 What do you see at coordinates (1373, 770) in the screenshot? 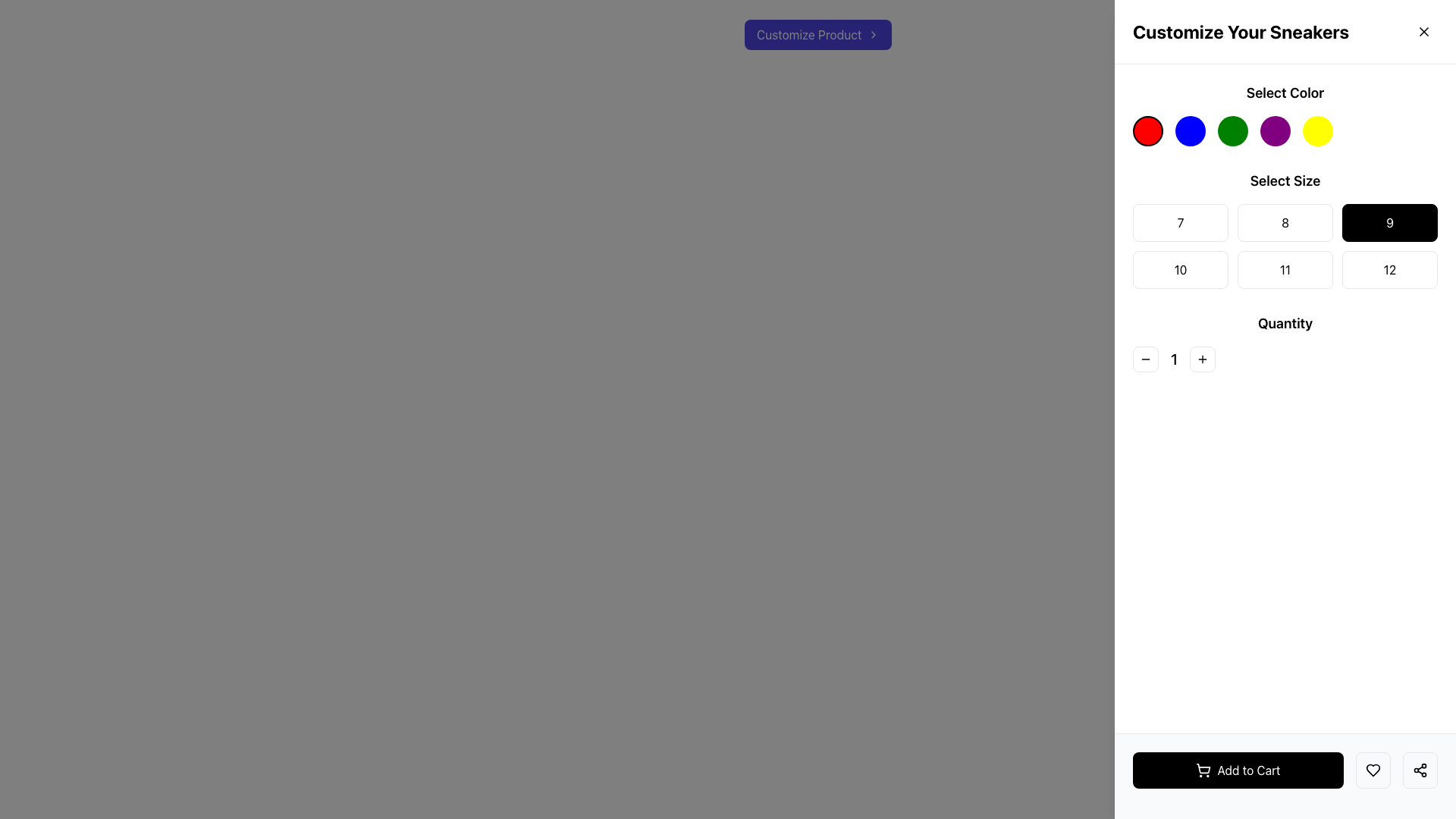
I see `the heart-shaped icon button with black strokes, which is located next to the 'Add to Cart' button, to receive additional visual feedback` at bounding box center [1373, 770].